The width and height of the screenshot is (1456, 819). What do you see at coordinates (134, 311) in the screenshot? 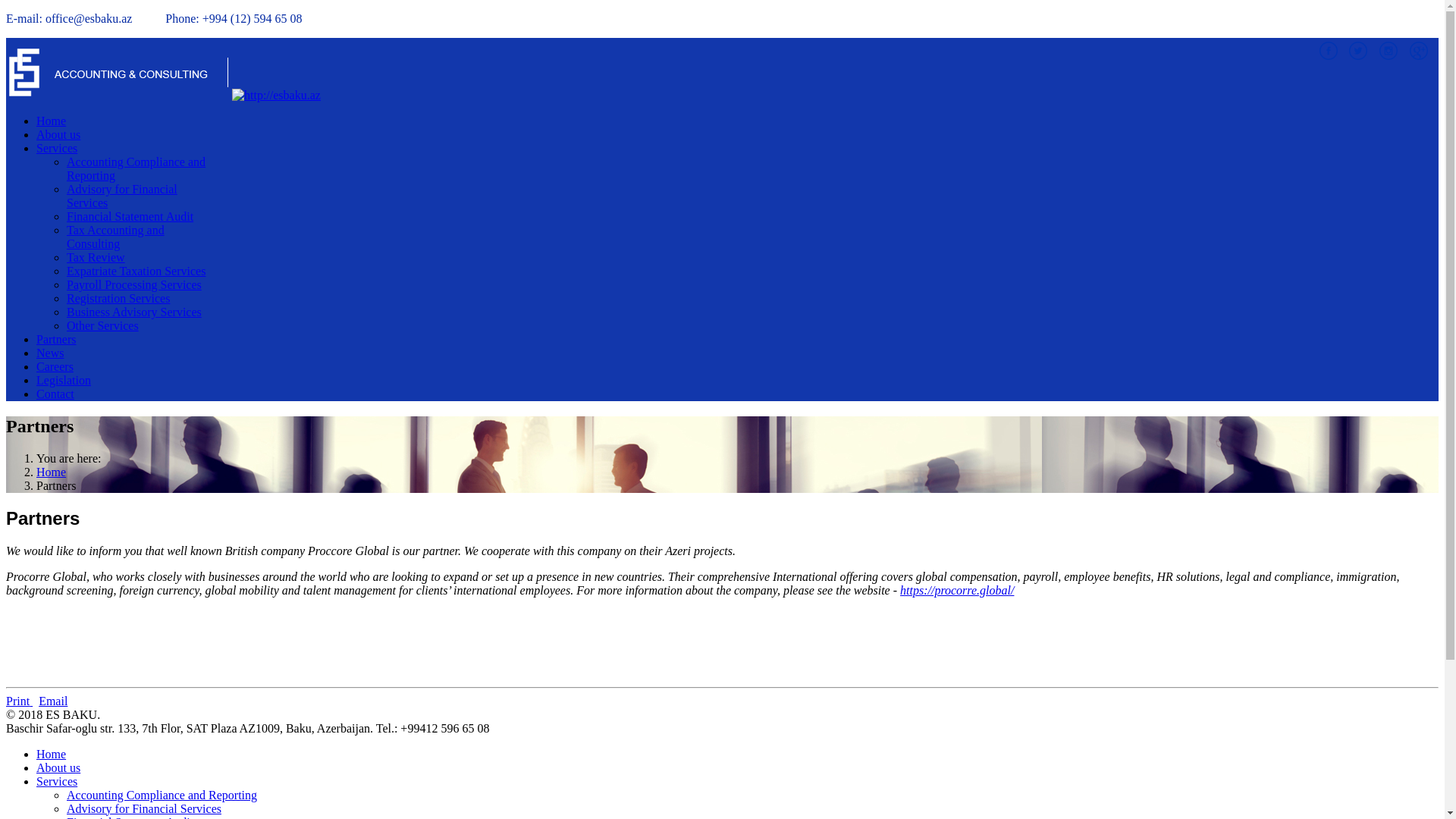
I see `'Business Advisory Services'` at bounding box center [134, 311].